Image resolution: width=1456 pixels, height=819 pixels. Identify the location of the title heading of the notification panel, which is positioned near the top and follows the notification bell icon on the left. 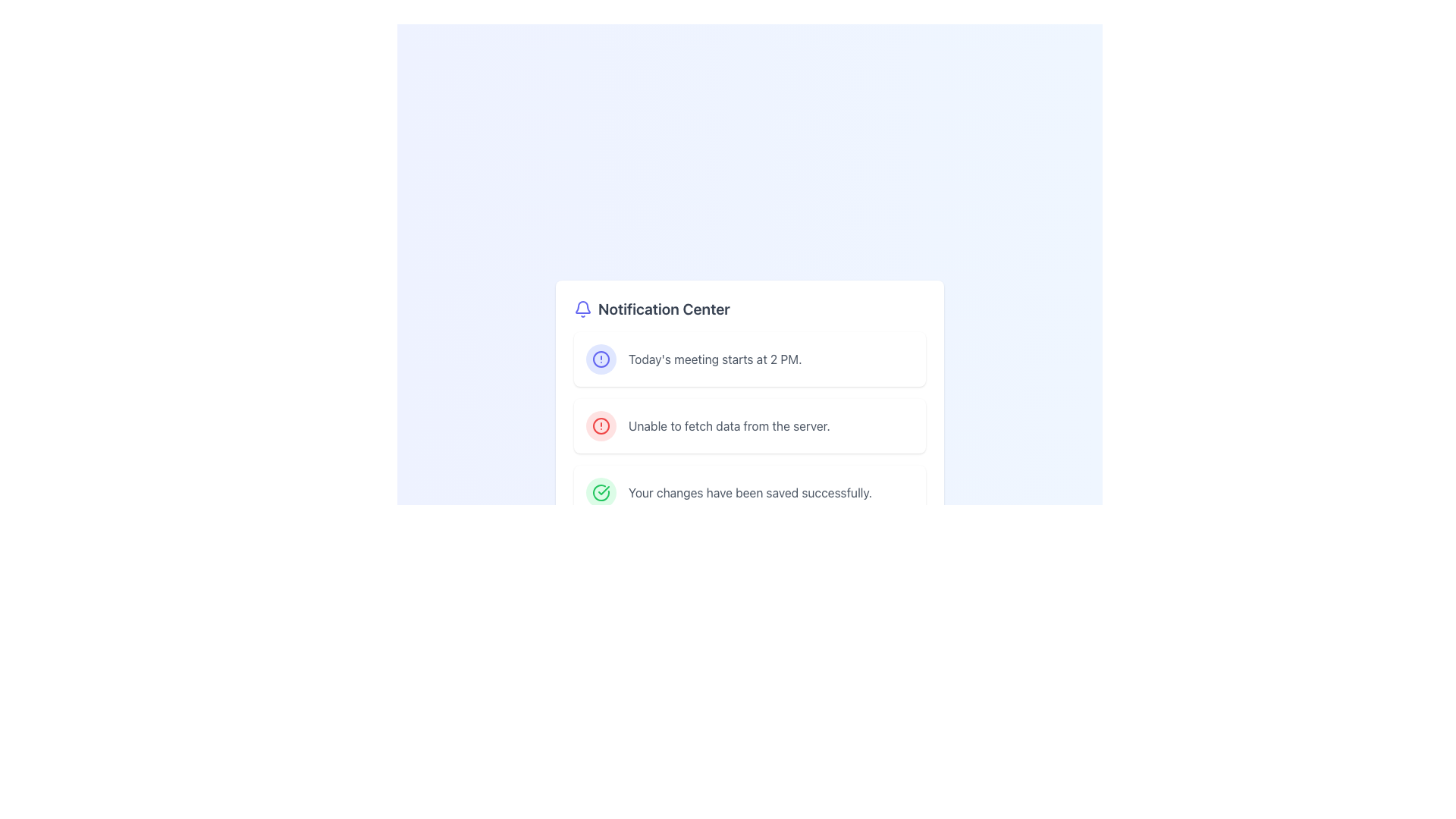
(664, 309).